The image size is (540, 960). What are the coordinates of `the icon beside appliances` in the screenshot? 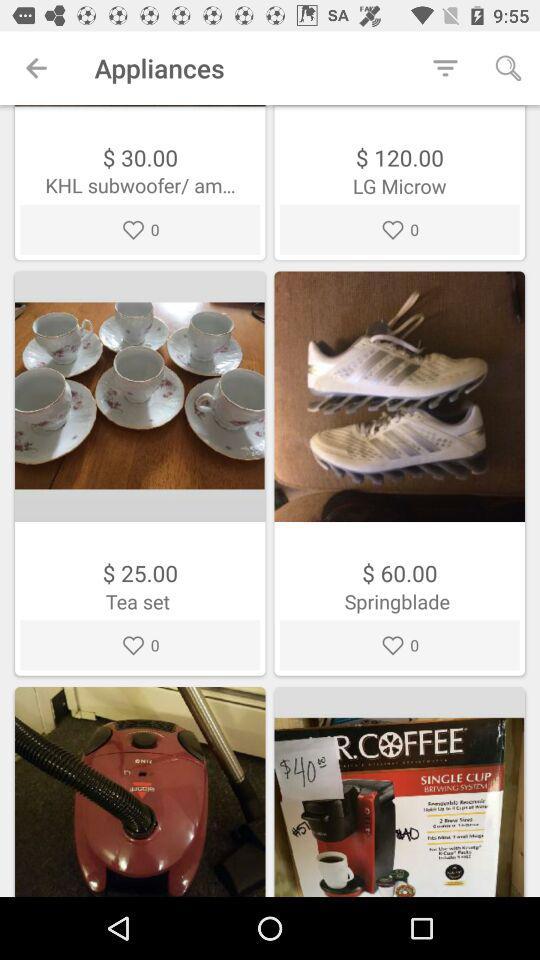 It's located at (445, 68).